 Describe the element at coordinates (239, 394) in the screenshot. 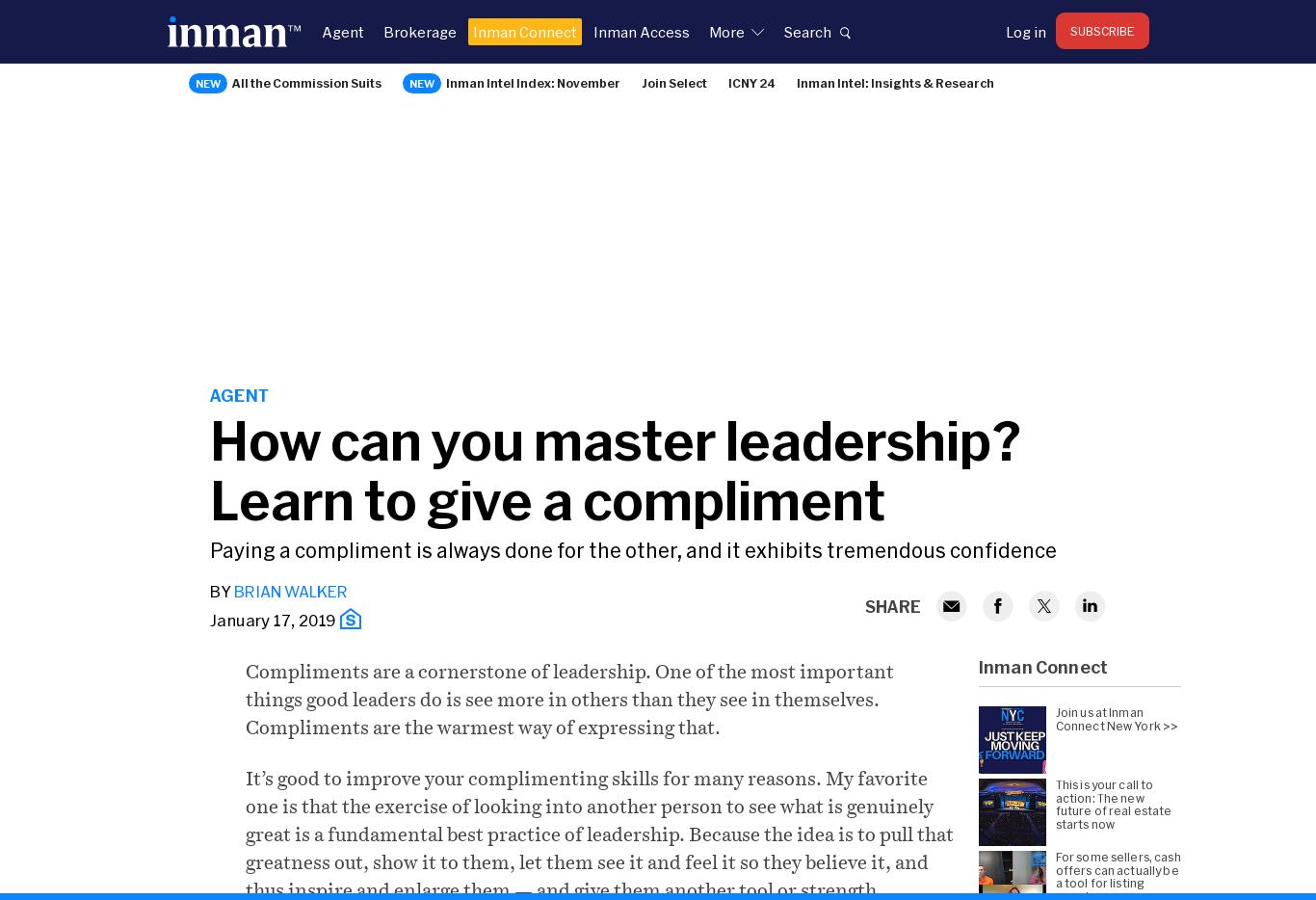

I see `'Agent'` at that location.